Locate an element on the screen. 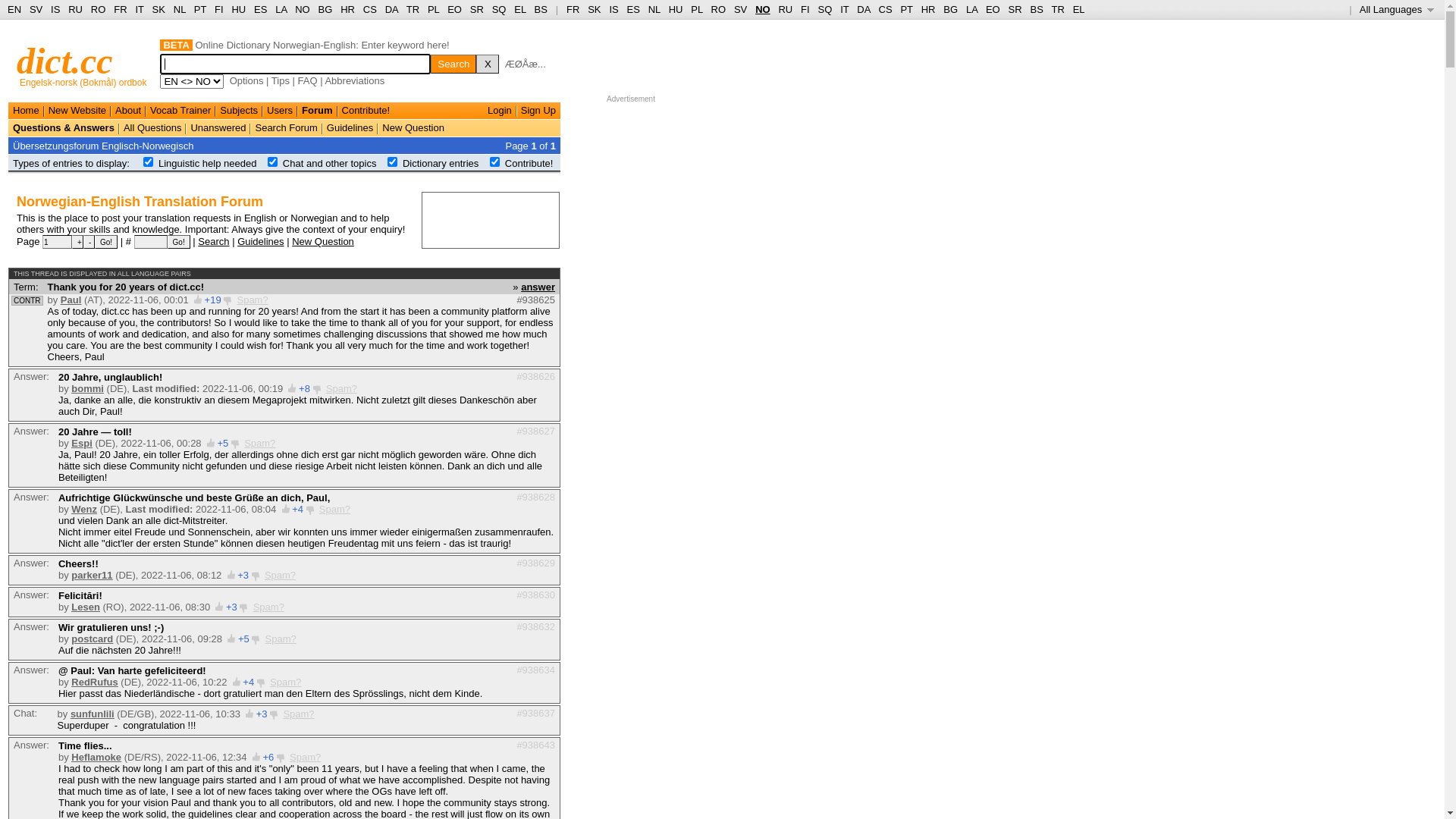 The width and height of the screenshot is (1456, 819). 'PT' is located at coordinates (199, 9).